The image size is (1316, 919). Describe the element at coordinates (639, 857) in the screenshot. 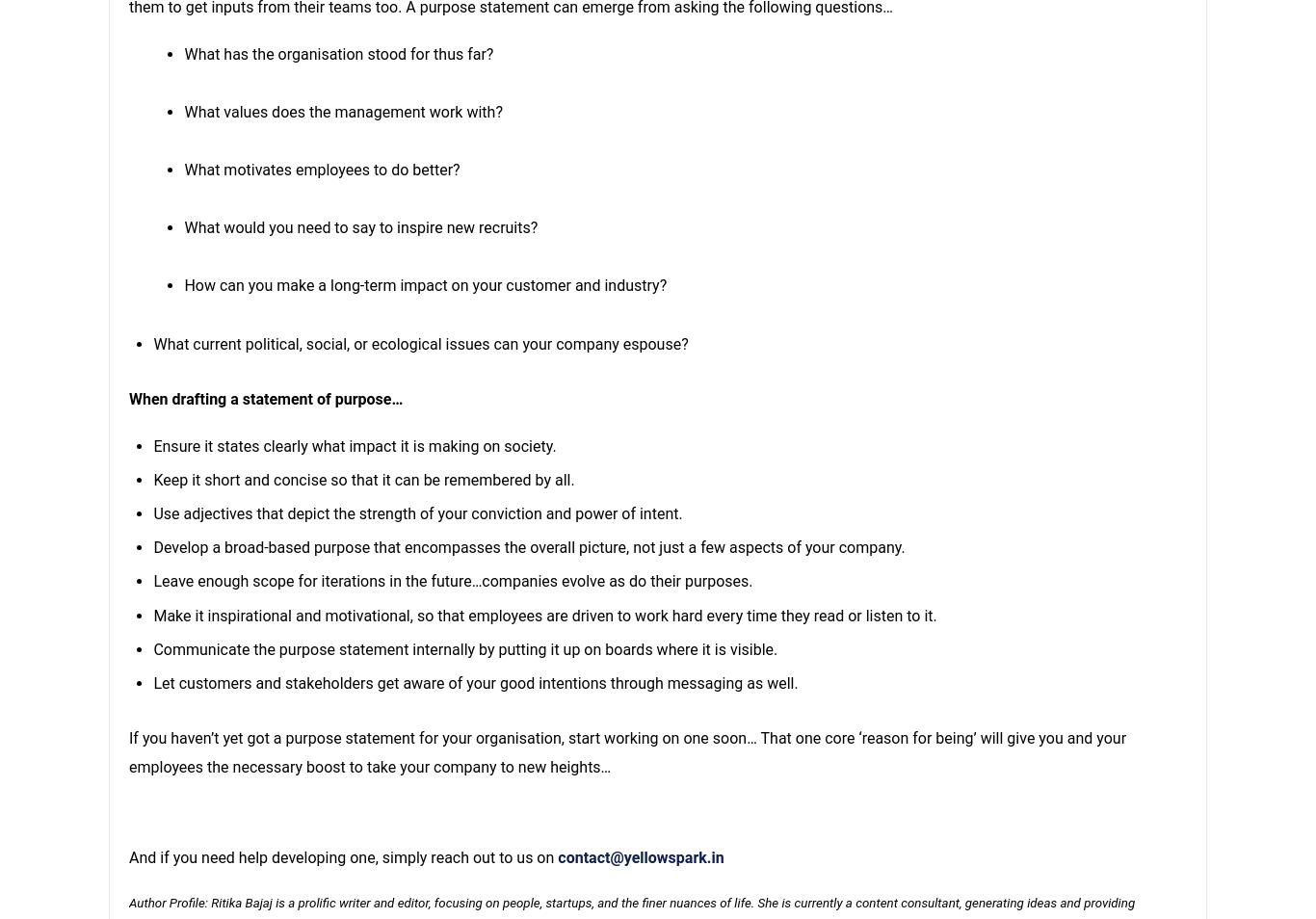

I see `'contact@yellowspark.in'` at that location.